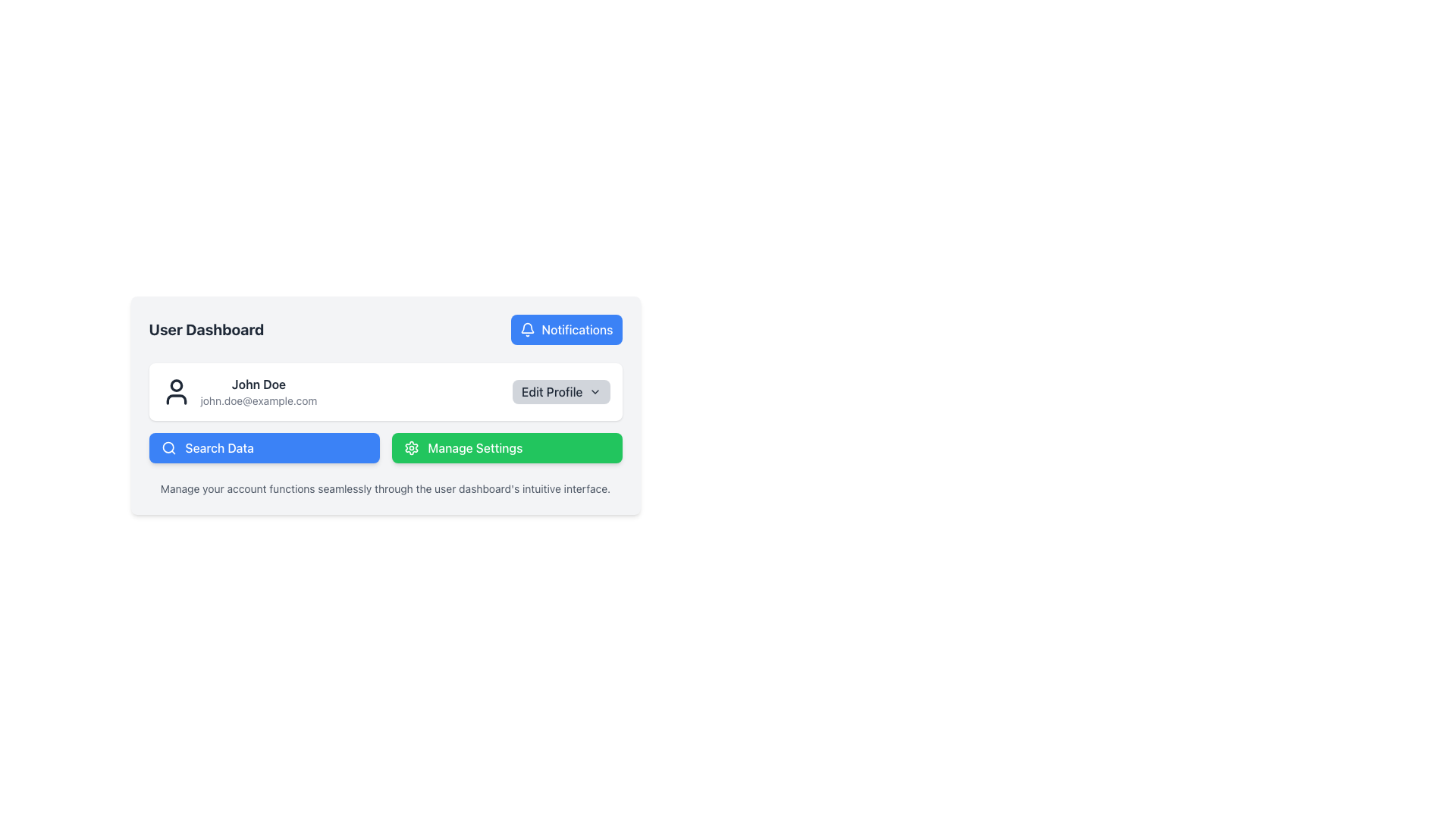 The width and height of the screenshot is (1456, 819). I want to click on the settings icon within the green 'Manage Settings' button located on the user dashboard, so click(411, 447).